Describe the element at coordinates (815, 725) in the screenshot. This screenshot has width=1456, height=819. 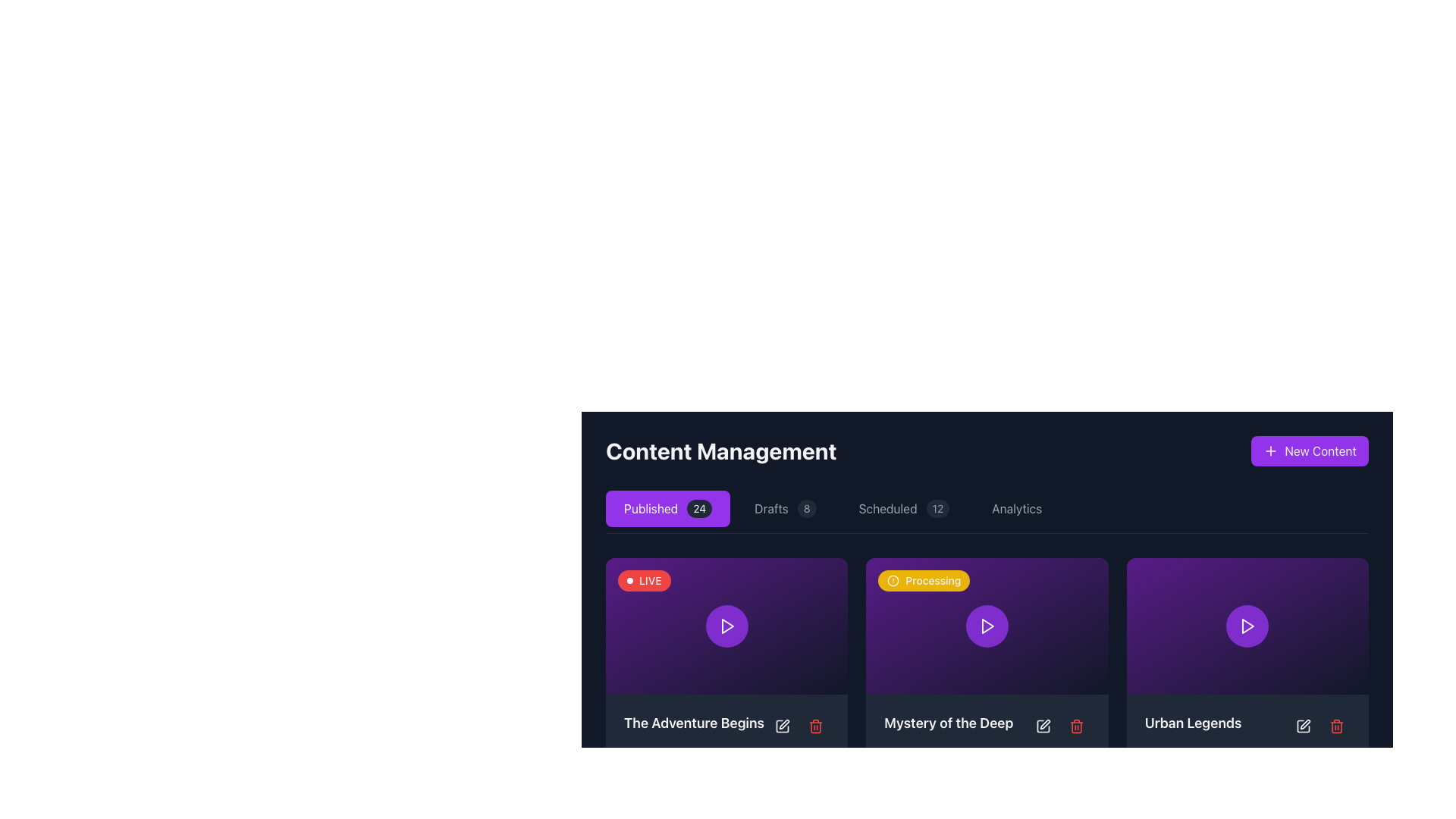
I see `the red trash can icon button representing a delete action, located below the card titled 'The Adventure Begins' in the Published section of the Content Management interface` at that location.